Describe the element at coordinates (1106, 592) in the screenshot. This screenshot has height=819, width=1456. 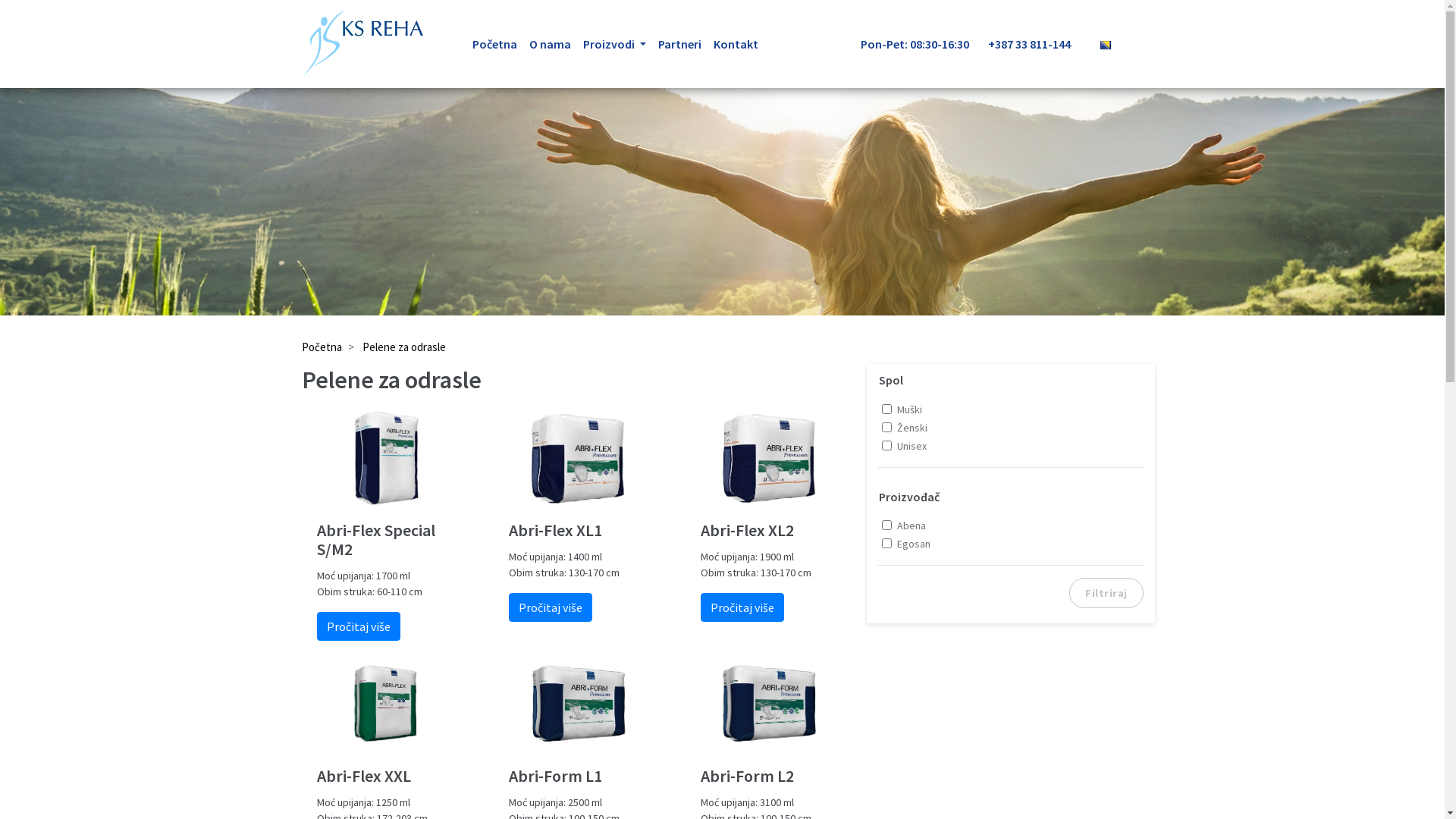
I see `'Filtriraj'` at that location.